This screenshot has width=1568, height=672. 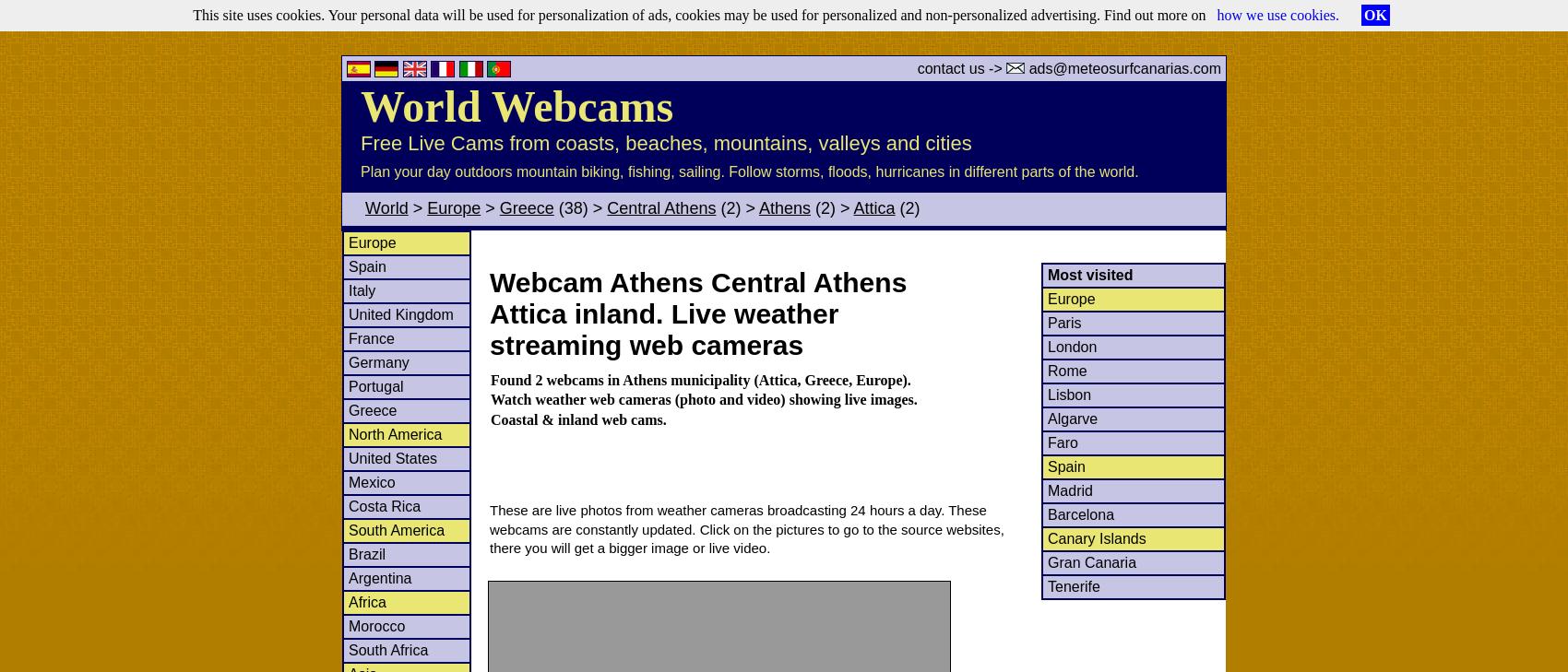 I want to click on 'Barcelona', so click(x=1079, y=513).